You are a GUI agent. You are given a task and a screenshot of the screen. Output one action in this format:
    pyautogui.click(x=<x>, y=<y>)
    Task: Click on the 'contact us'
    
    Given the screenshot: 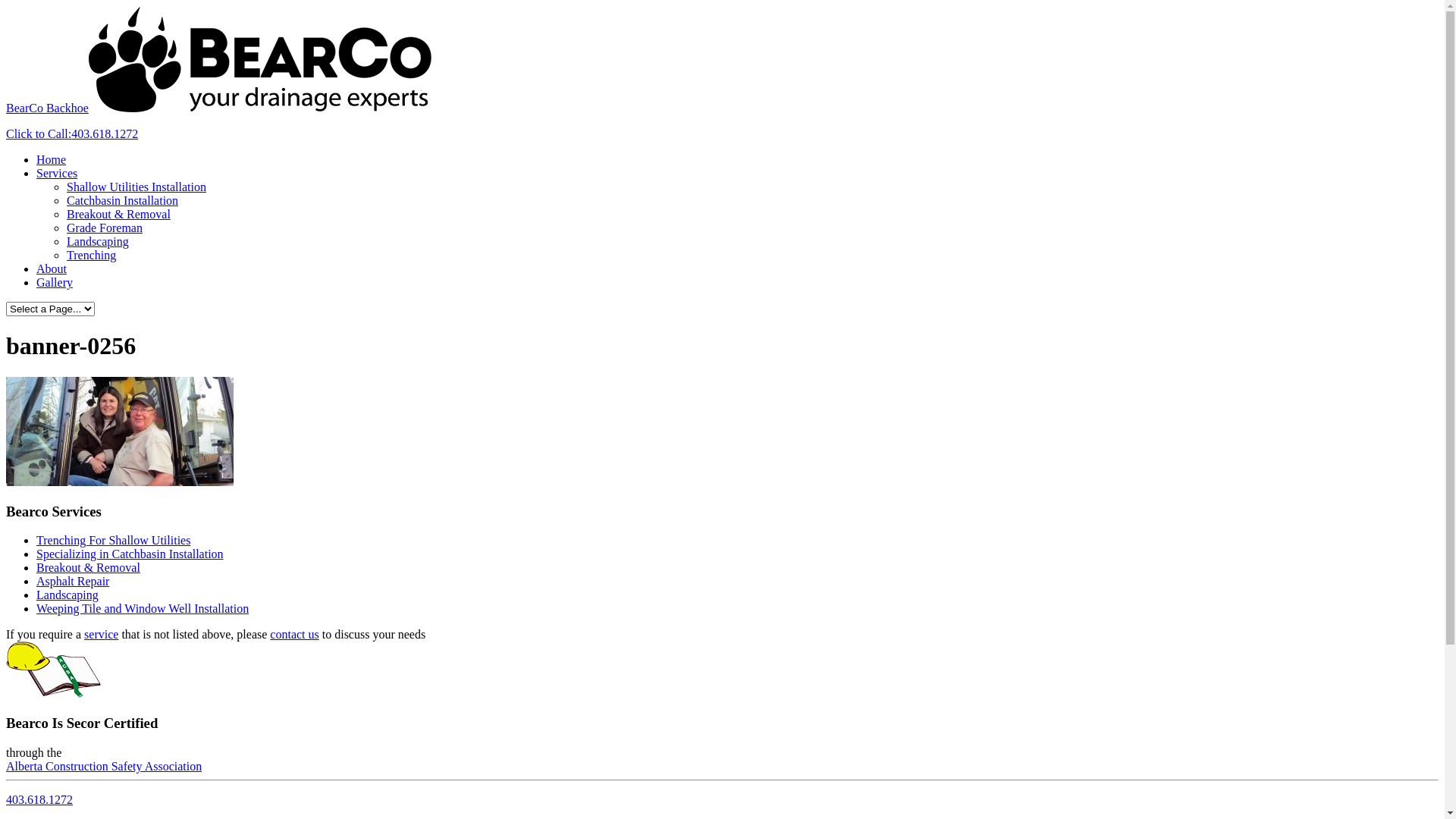 What is the action you would take?
    pyautogui.click(x=294, y=634)
    